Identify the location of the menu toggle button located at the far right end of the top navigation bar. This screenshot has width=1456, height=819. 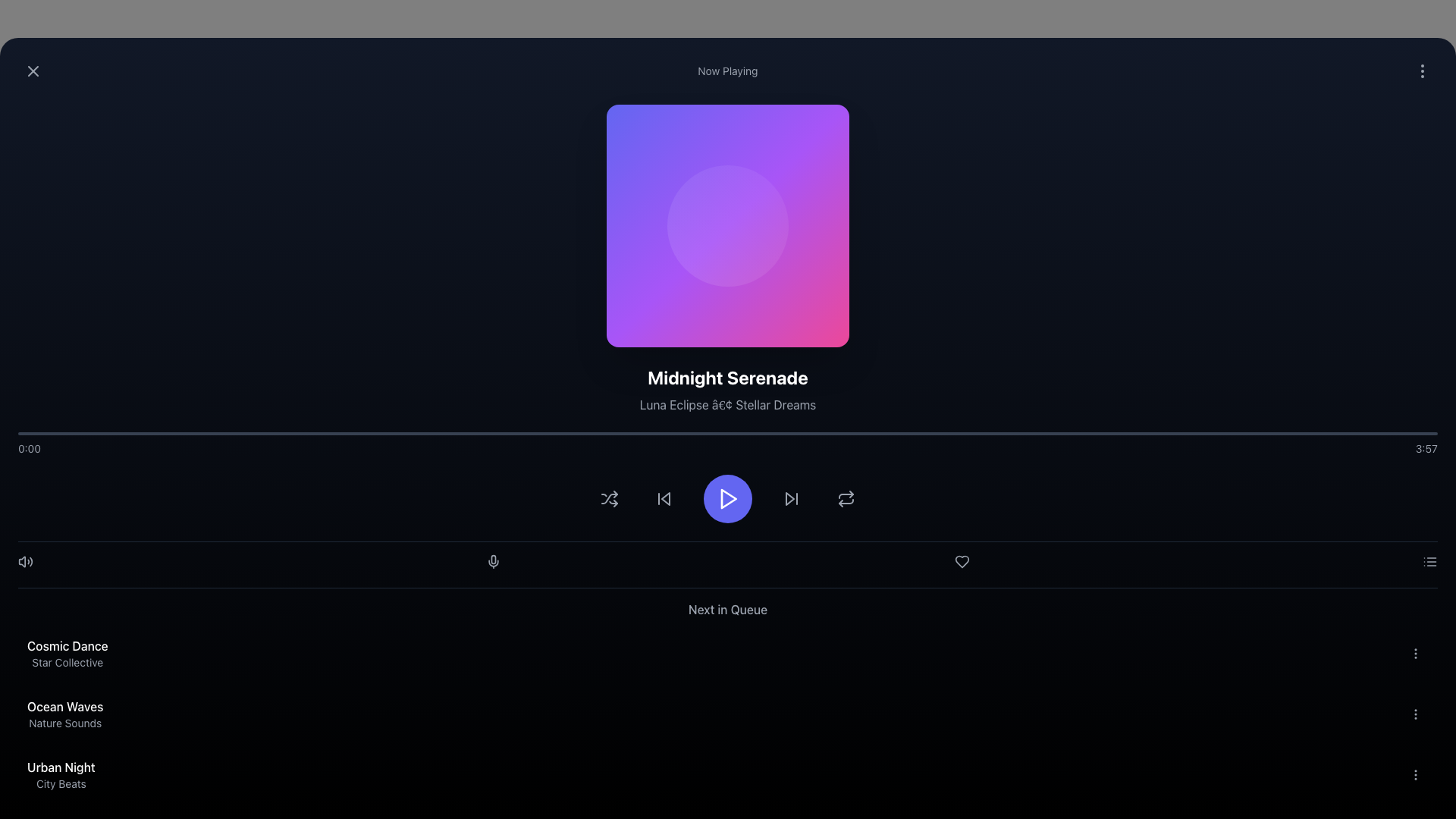
(1422, 71).